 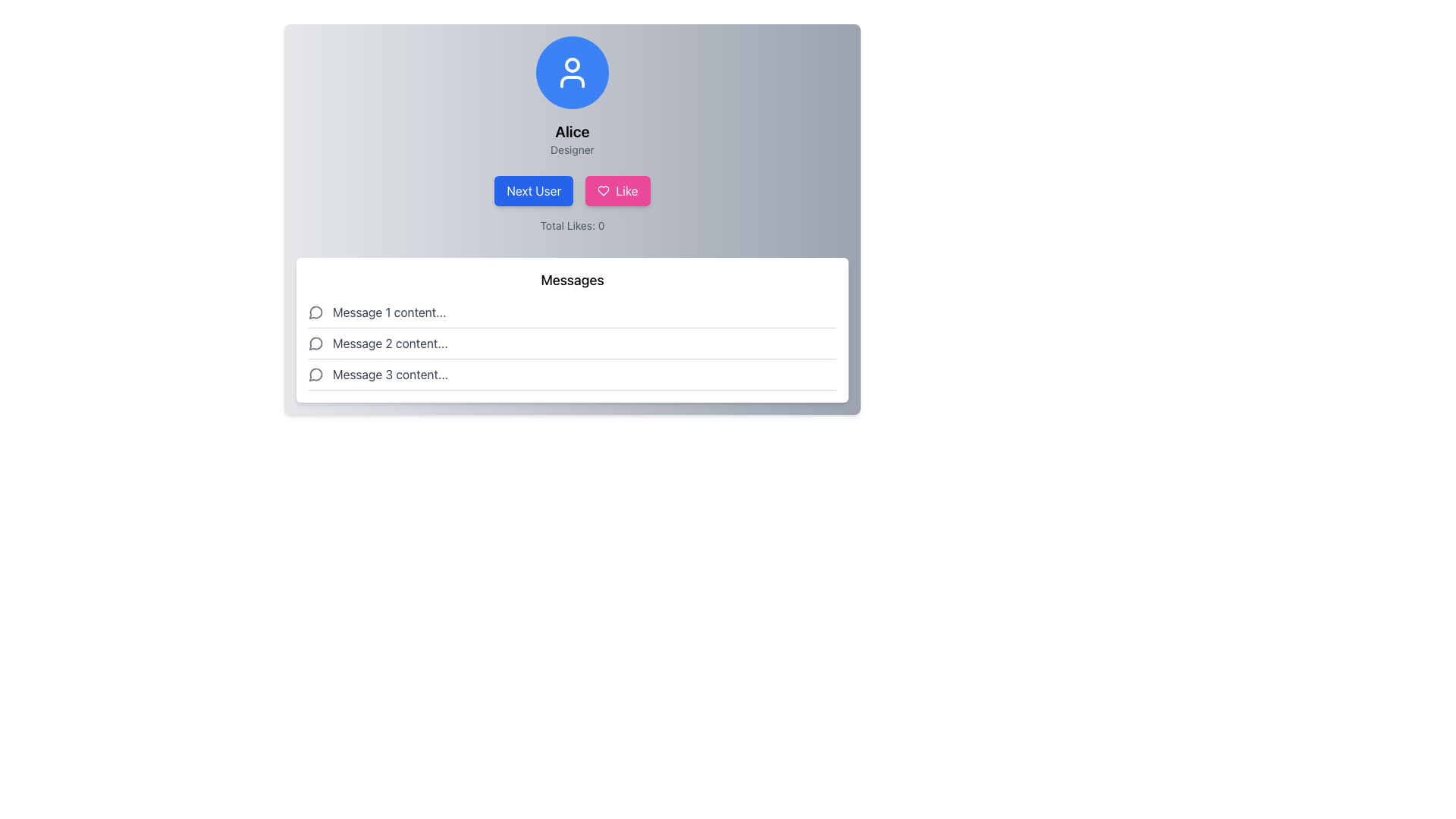 I want to click on the speech bubble icon located in the 'Messages' section, which represents the first message item in the list, so click(x=315, y=312).